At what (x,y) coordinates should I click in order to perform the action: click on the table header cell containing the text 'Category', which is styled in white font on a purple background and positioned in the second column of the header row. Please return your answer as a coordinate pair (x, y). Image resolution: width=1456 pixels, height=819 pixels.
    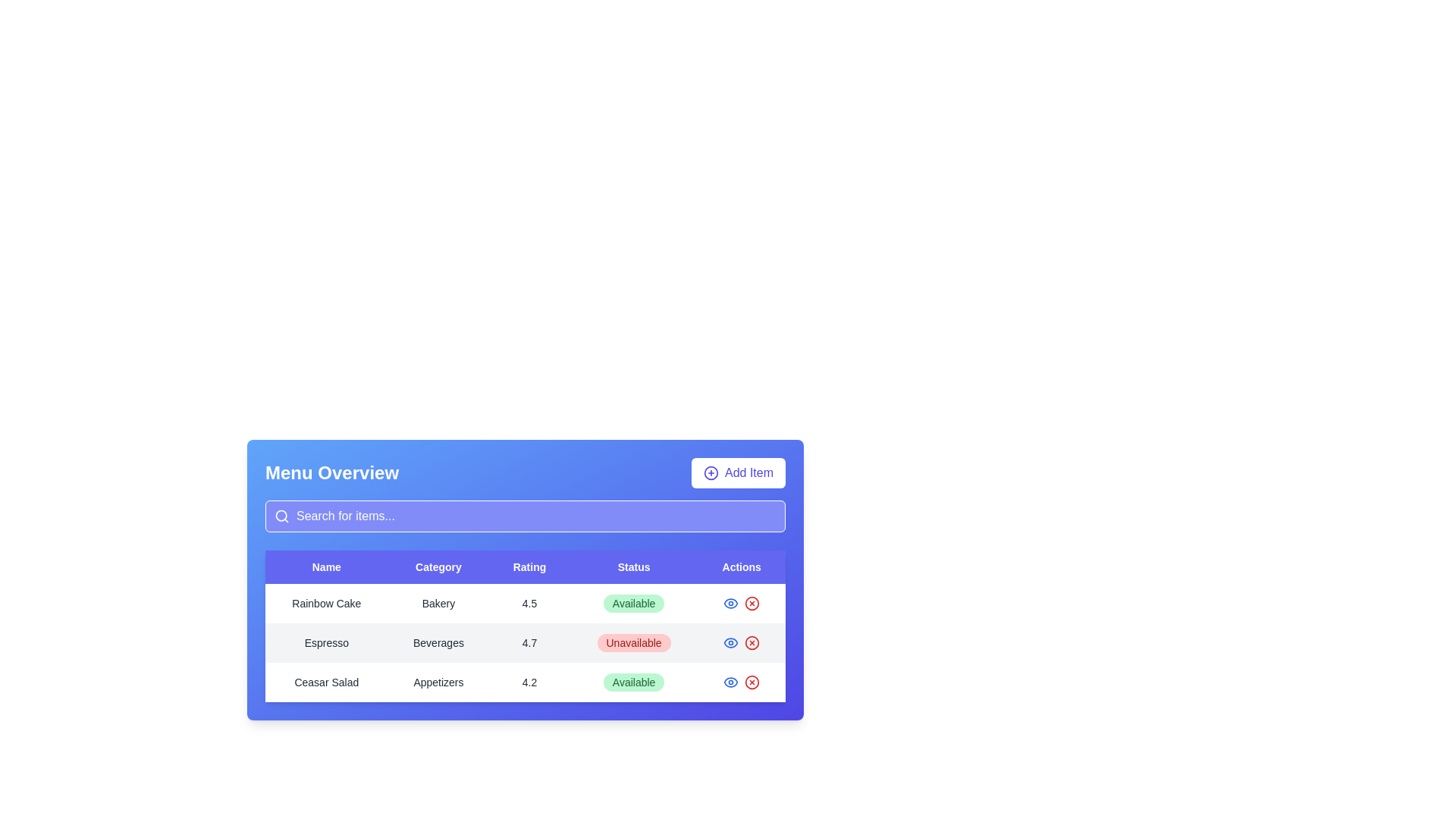
    Looking at the image, I should click on (438, 567).